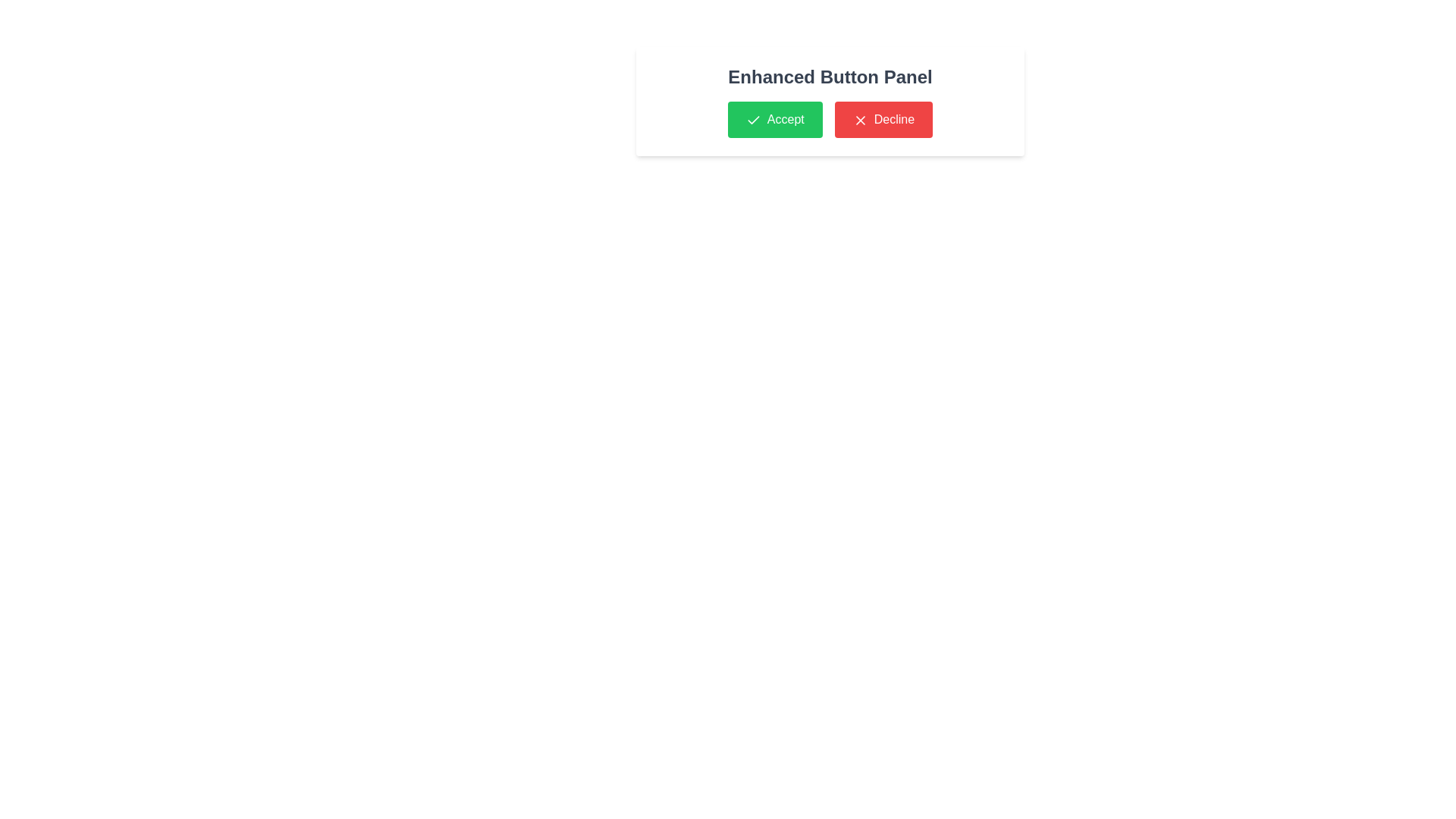 Image resolution: width=1456 pixels, height=819 pixels. What do you see at coordinates (860, 119) in the screenshot?
I see `the decorative icon embedded within the red 'Decline' button located on the right side of the 'Enhanced Button Panel'` at bounding box center [860, 119].